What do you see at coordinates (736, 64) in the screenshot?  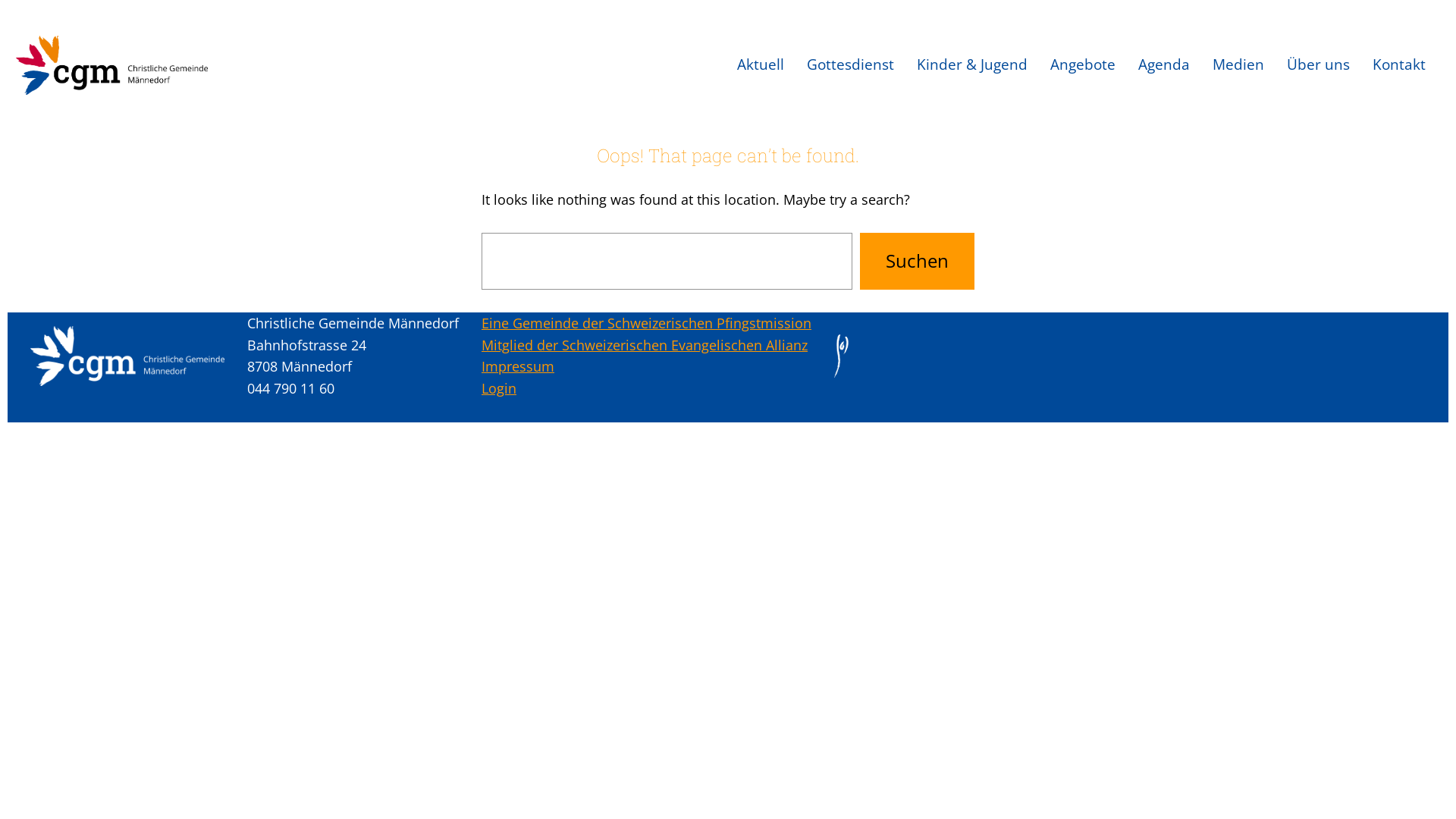 I see `'Aktuell'` at bounding box center [736, 64].